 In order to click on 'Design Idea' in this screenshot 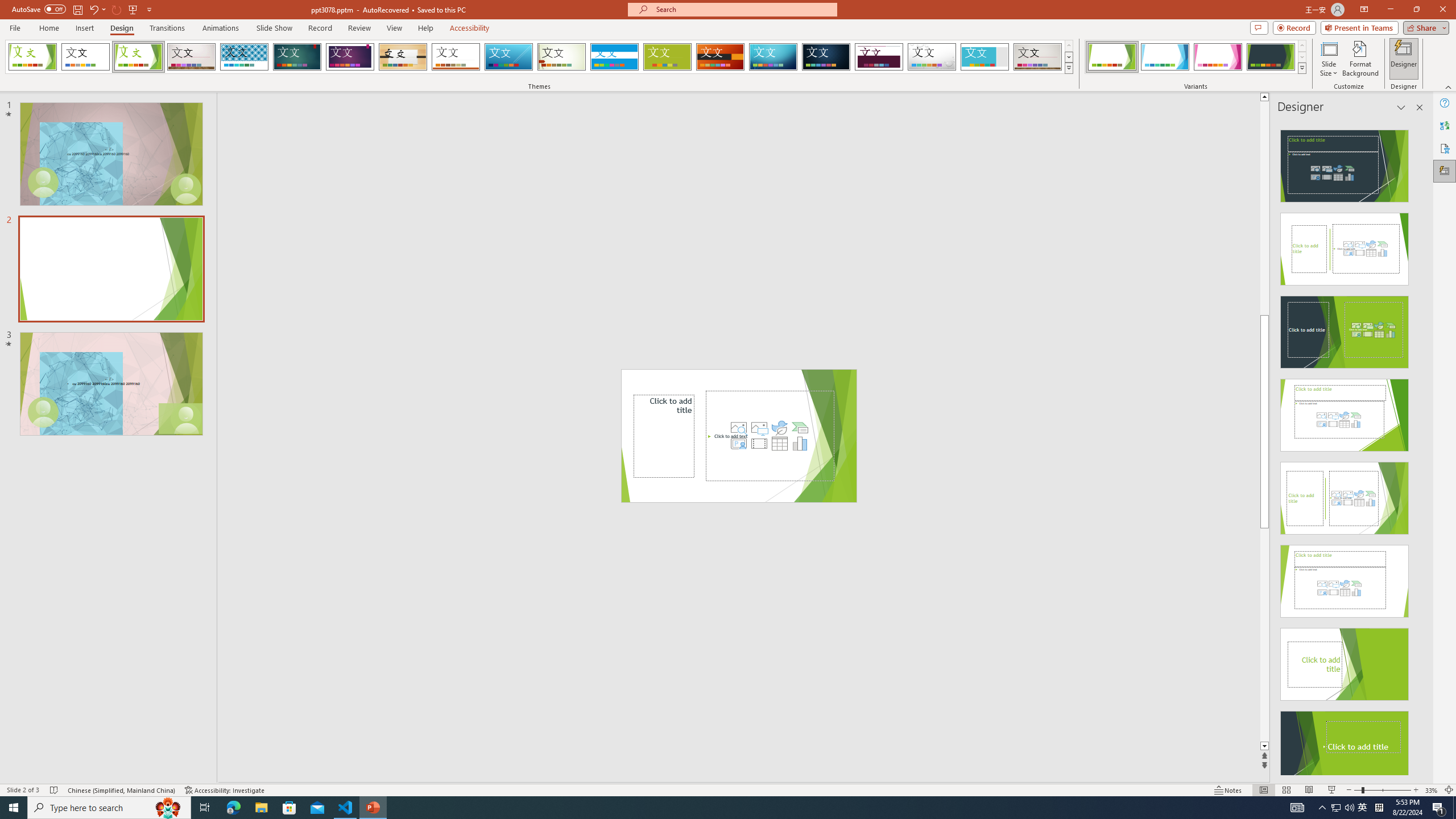, I will do `click(1345, 743)`.